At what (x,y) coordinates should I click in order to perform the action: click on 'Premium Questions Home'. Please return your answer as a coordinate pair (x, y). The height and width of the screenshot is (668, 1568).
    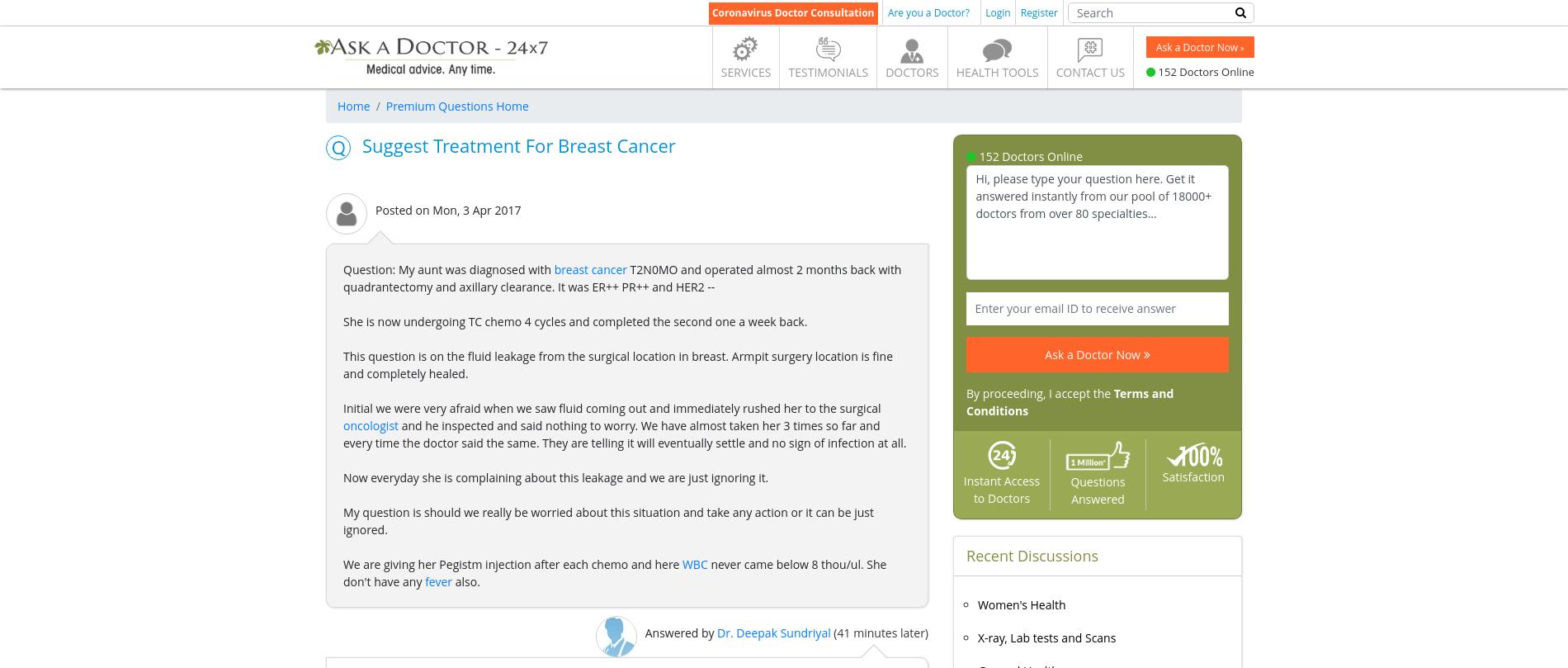
    Looking at the image, I should click on (456, 105).